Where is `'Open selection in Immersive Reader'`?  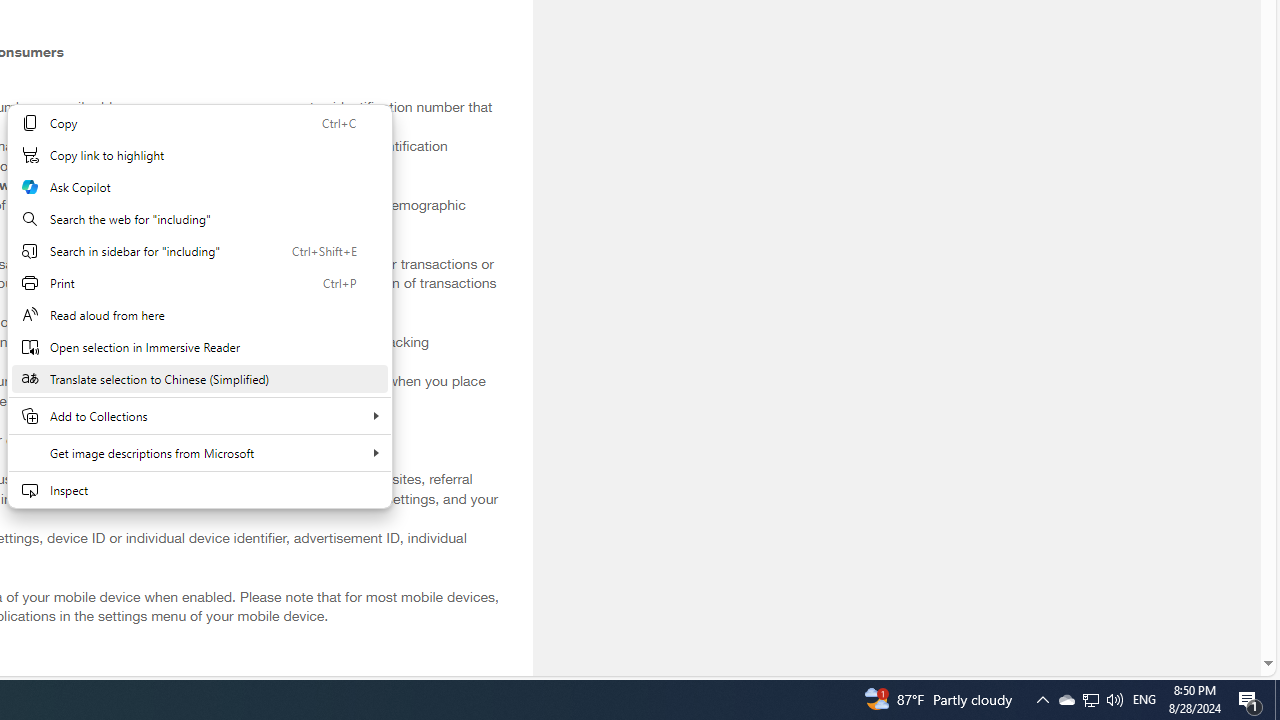 'Open selection in Immersive Reader' is located at coordinates (199, 346).